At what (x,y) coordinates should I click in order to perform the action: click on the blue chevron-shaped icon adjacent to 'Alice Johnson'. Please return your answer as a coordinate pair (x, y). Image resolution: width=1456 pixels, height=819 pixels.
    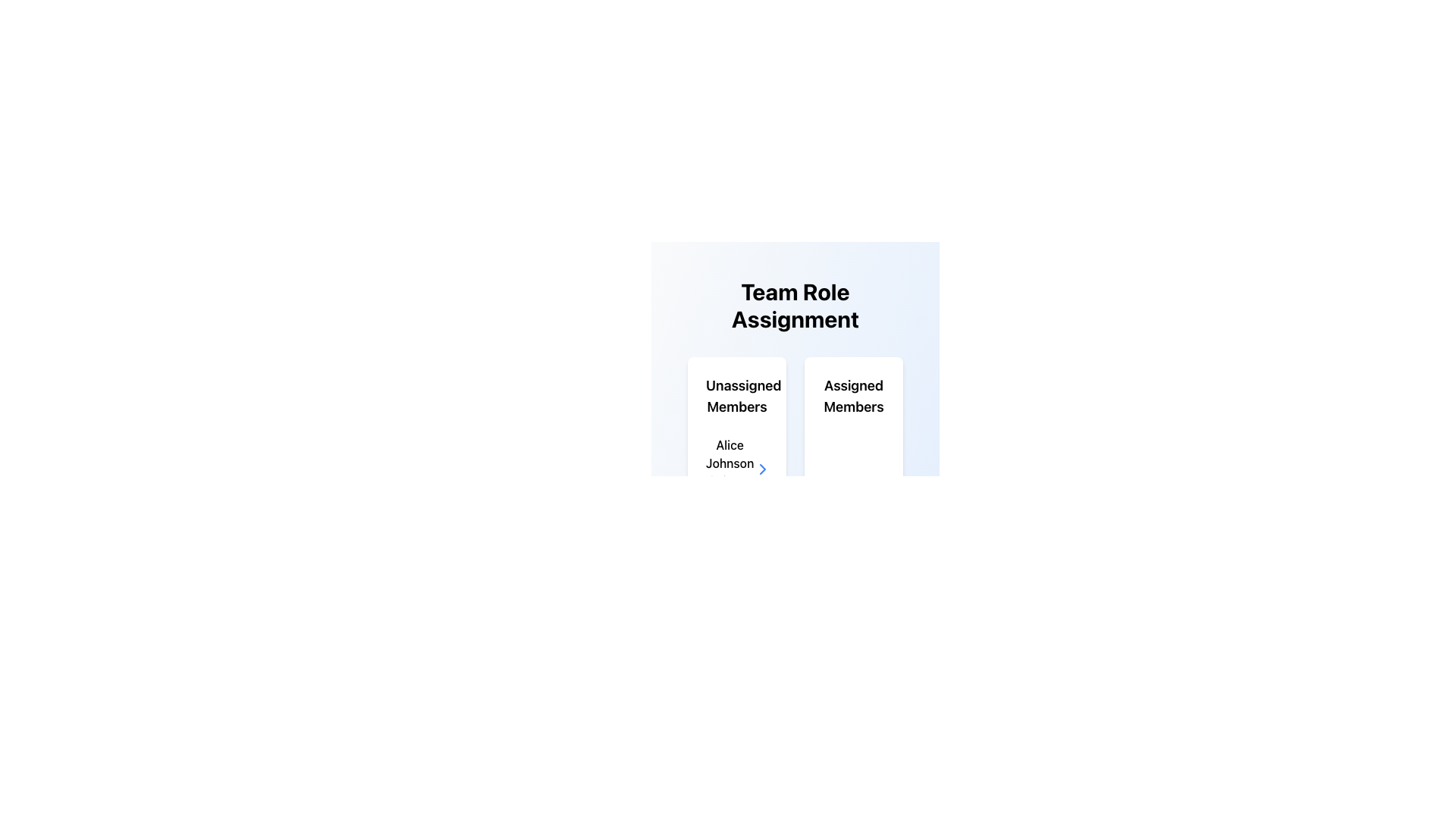
    Looking at the image, I should click on (763, 468).